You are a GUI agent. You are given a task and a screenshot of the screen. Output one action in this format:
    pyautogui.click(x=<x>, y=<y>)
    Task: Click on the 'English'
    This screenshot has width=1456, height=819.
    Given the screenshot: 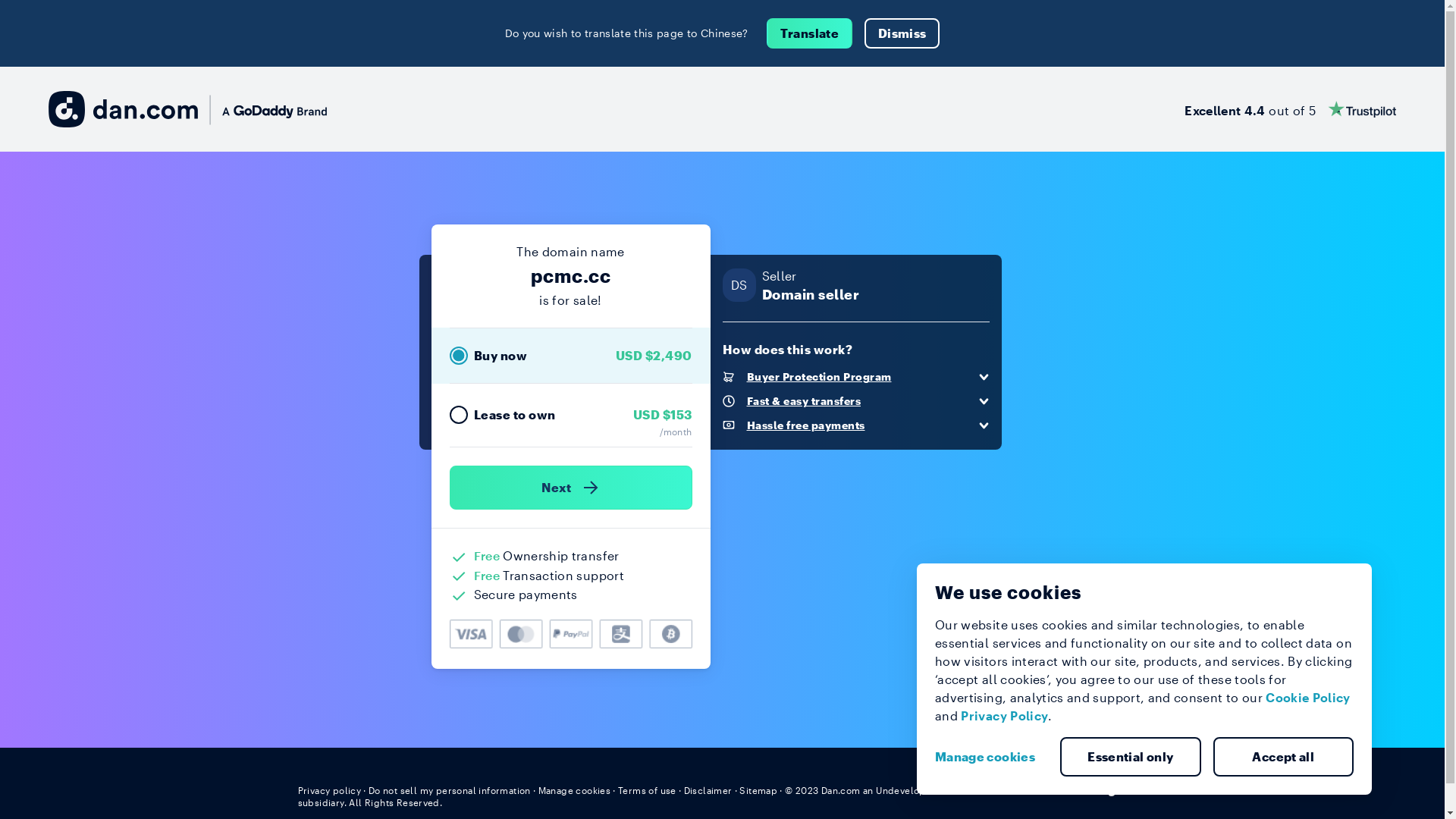 What is the action you would take?
    pyautogui.click(x=1119, y=789)
    